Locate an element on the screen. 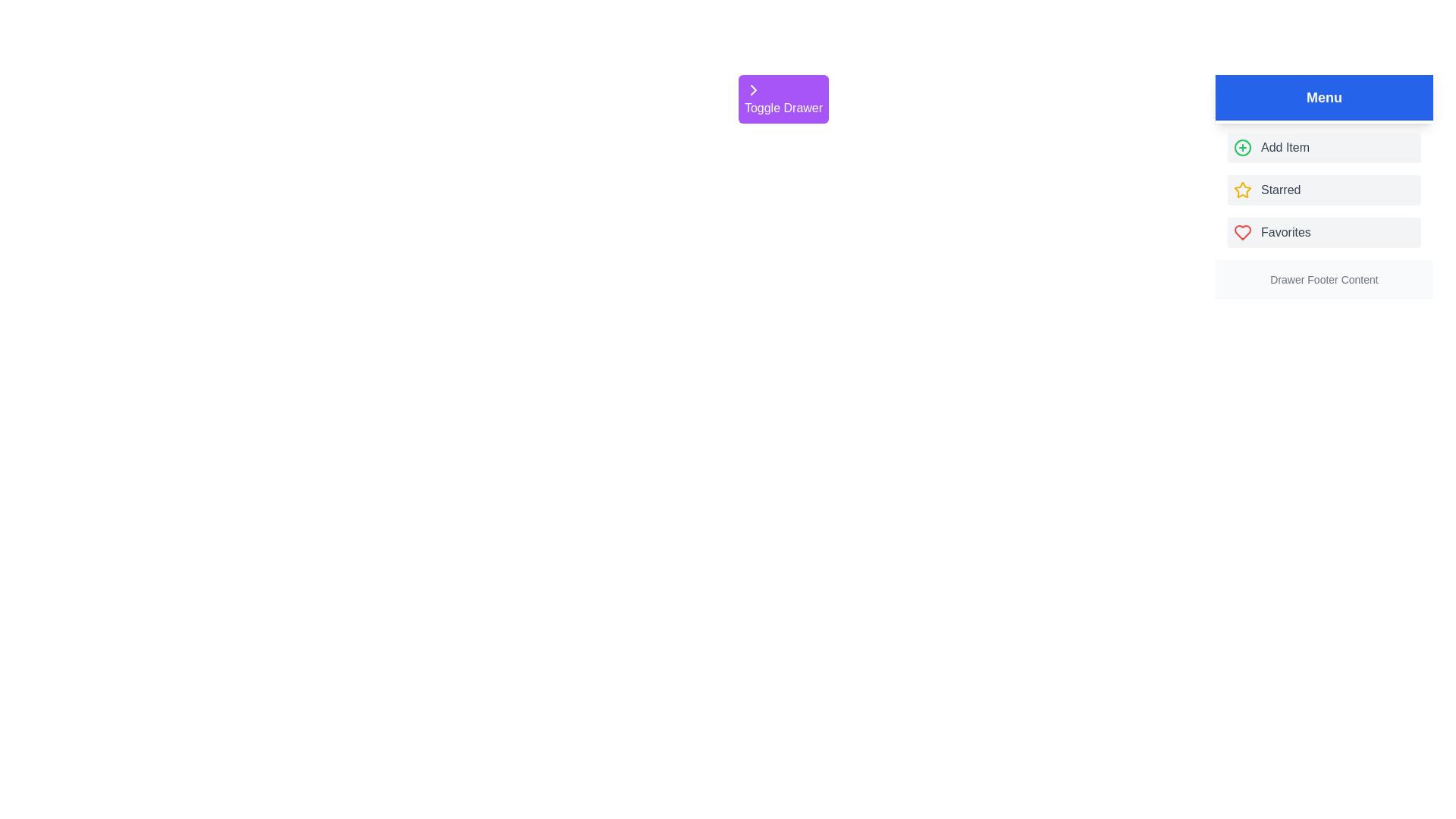 Image resolution: width=1456 pixels, height=819 pixels. the 'Starred' button in the drawer is located at coordinates (1323, 189).